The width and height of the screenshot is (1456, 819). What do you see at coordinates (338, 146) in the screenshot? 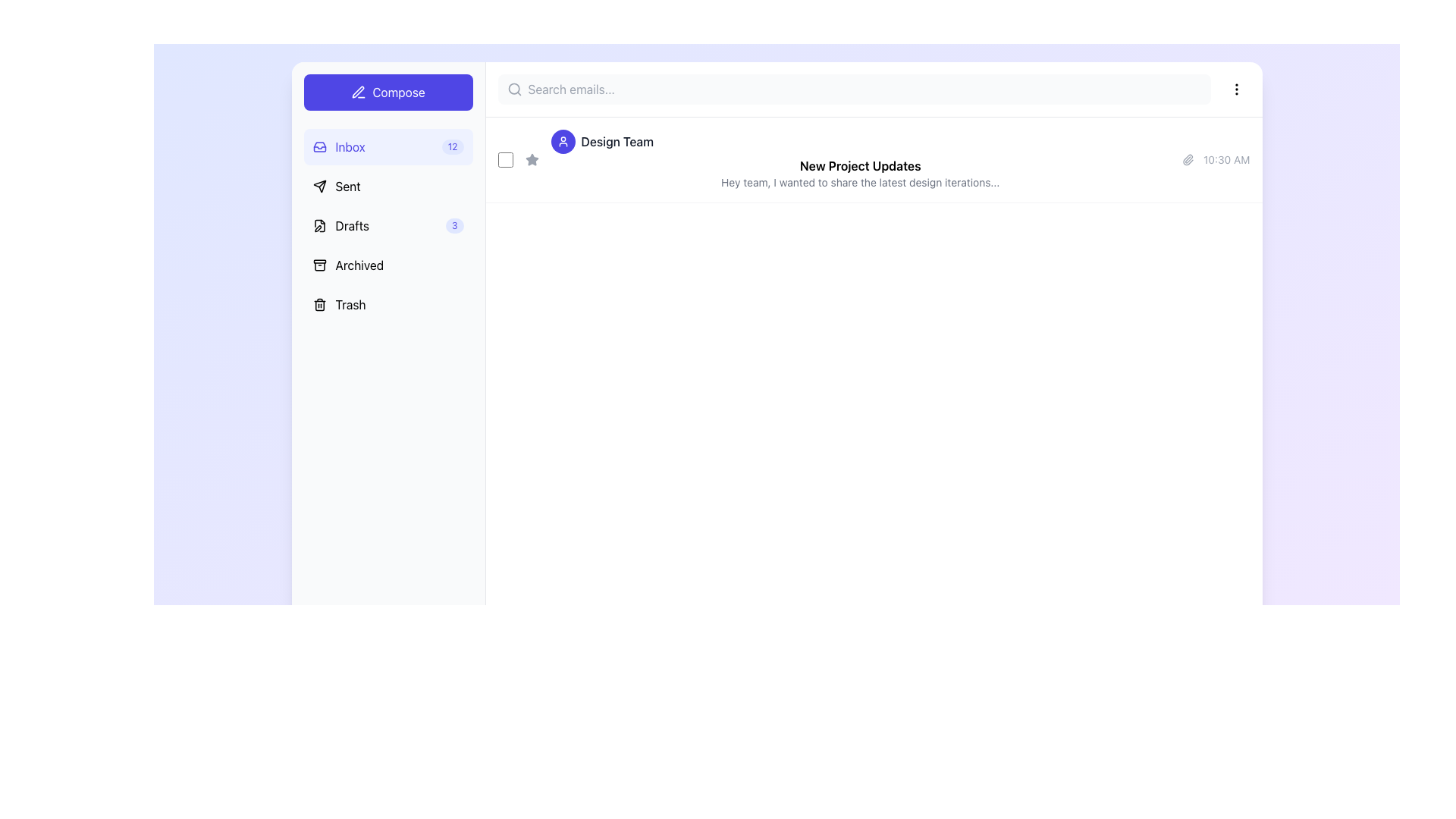
I see `the 'Inbox' text label in the left sidebar navigation menu, which indicates the section for received emails` at bounding box center [338, 146].